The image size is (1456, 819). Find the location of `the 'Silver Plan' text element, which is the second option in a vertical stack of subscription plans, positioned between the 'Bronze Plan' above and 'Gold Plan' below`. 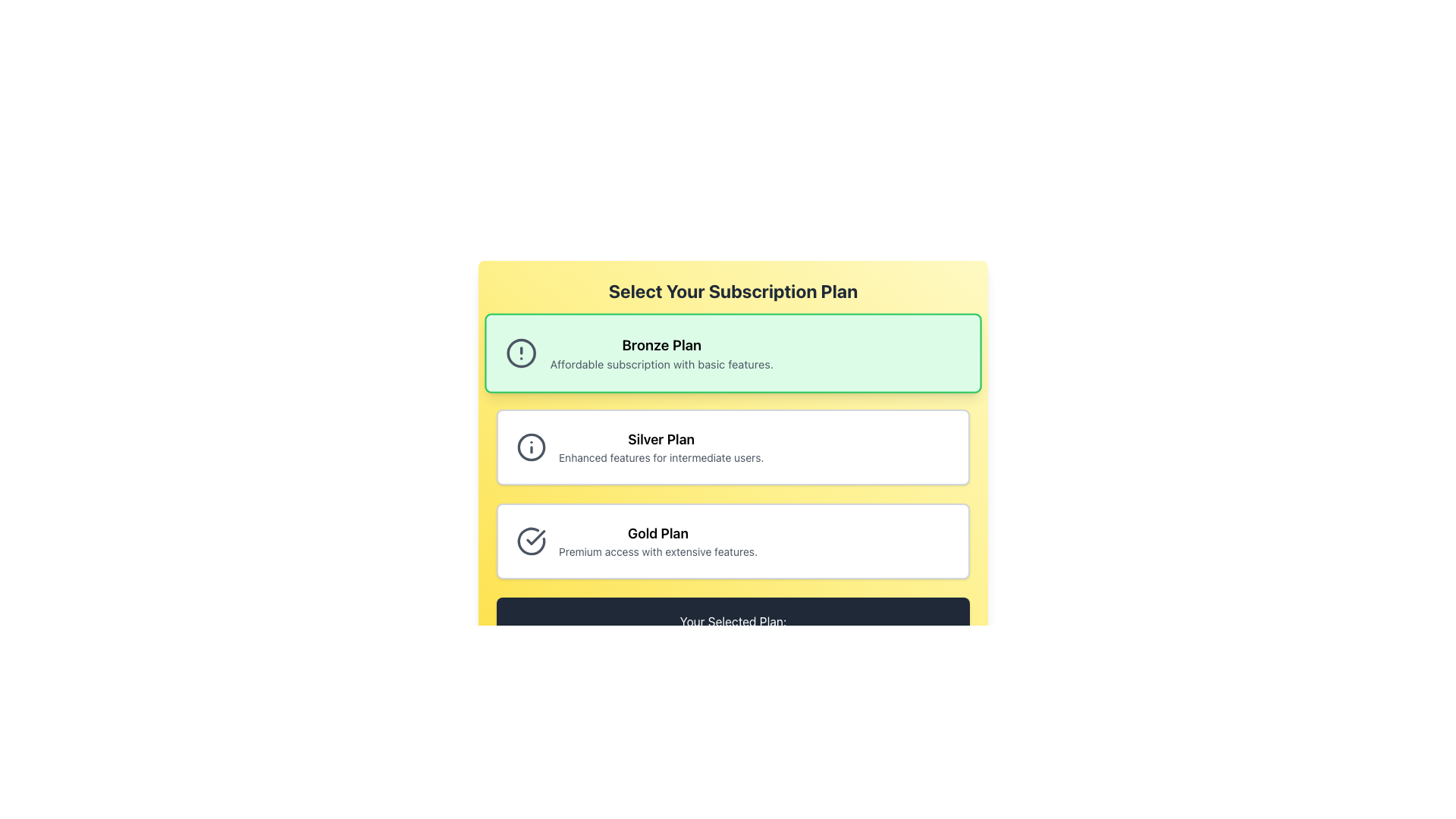

the 'Silver Plan' text element, which is the second option in a vertical stack of subscription plans, positioned between the 'Bronze Plan' above and 'Gold Plan' below is located at coordinates (661, 447).